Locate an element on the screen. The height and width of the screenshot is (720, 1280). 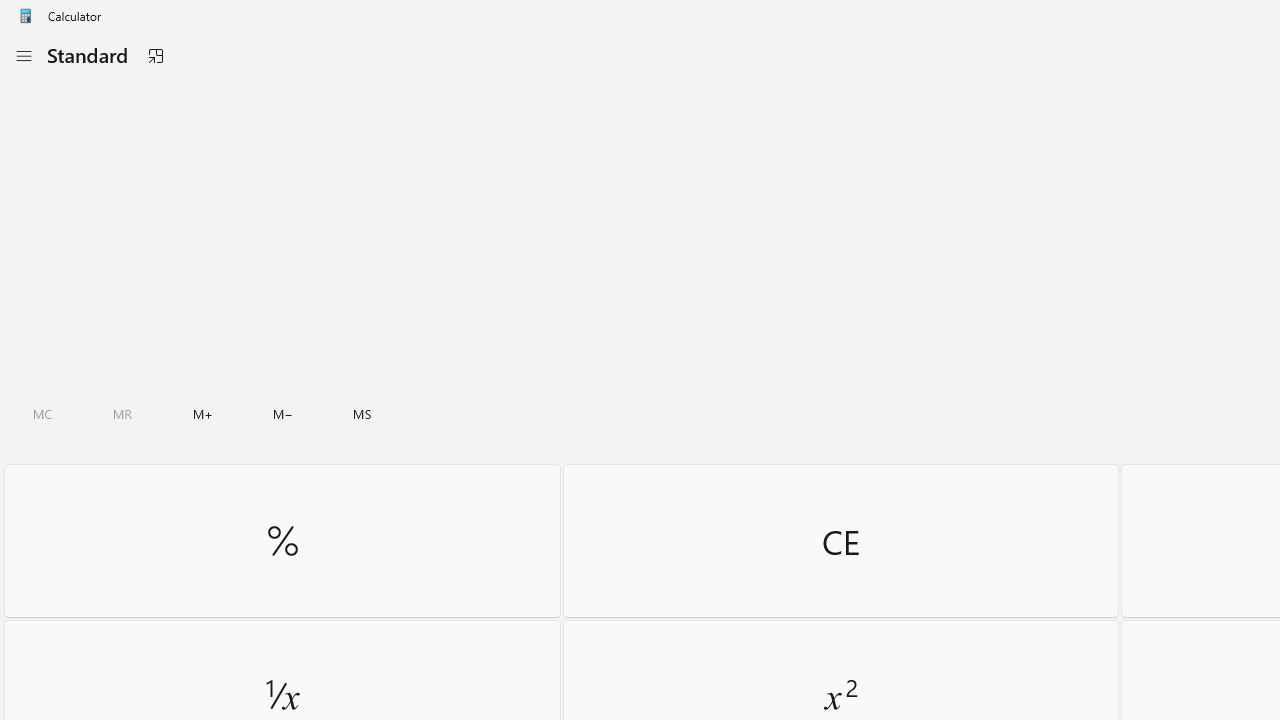
'Memory store' is located at coordinates (362, 413).